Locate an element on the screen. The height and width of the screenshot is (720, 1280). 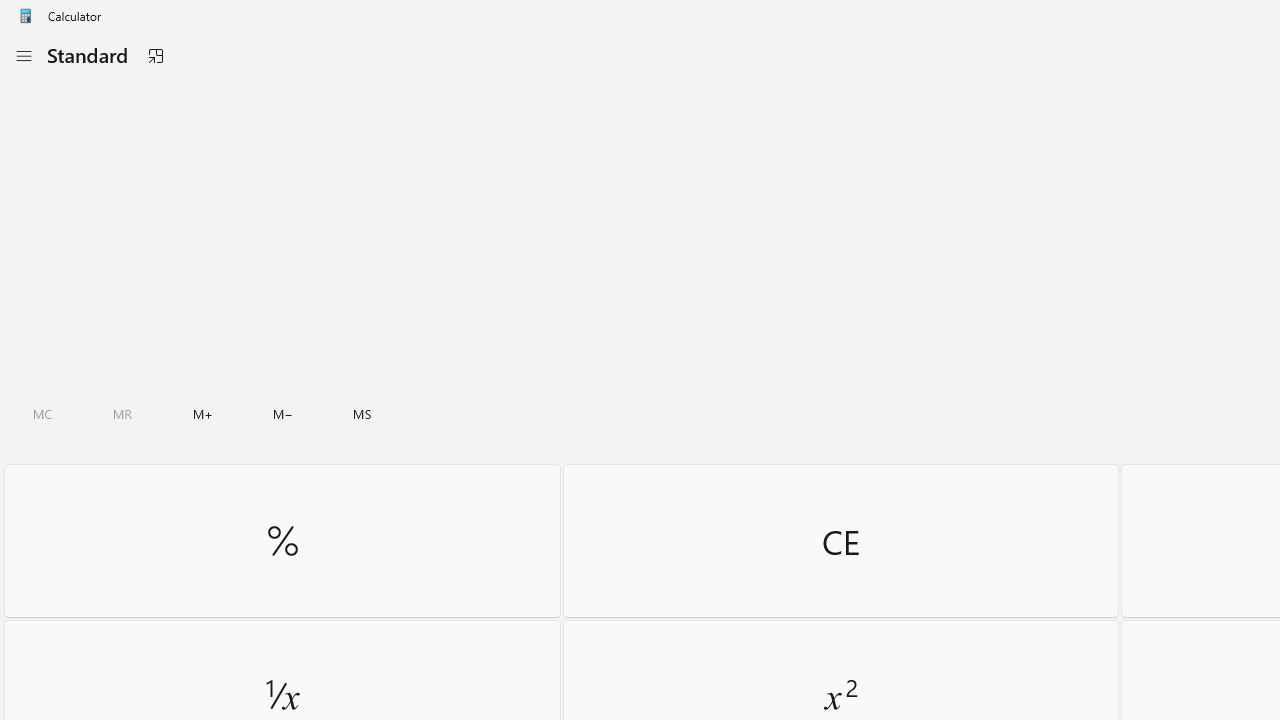
'Memory store' is located at coordinates (362, 413).